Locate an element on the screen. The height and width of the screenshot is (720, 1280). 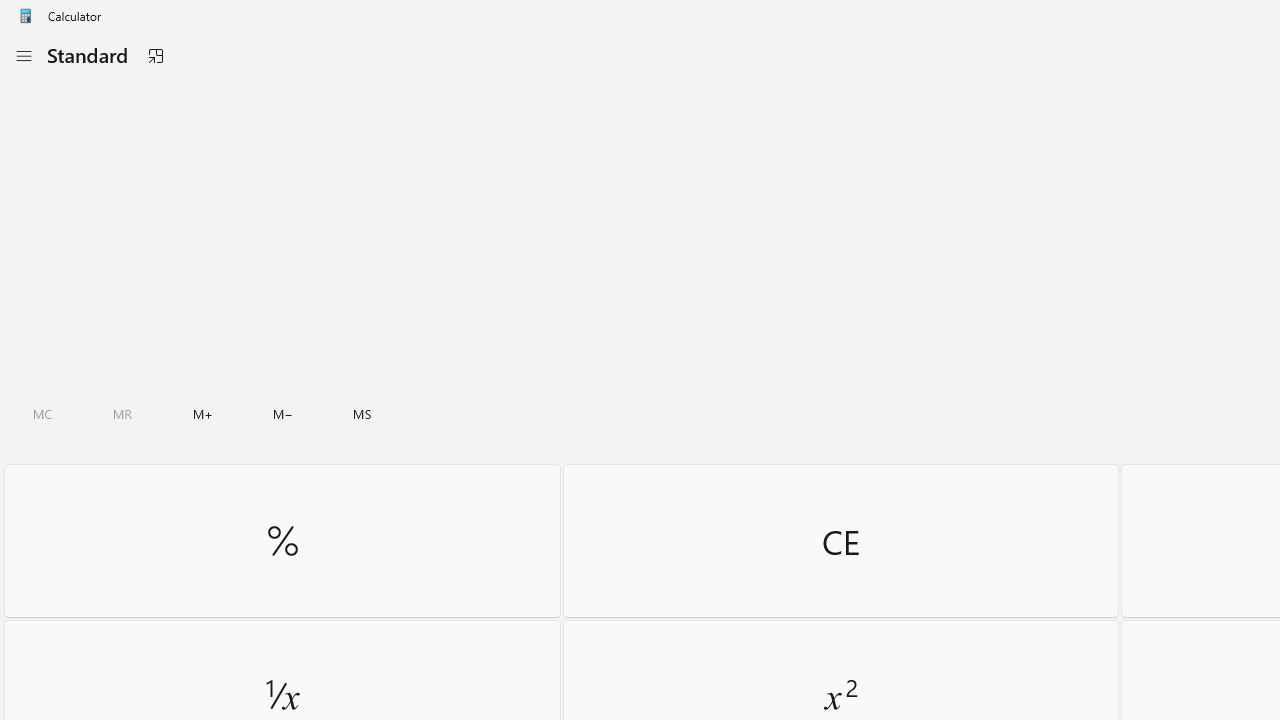
'Memory store' is located at coordinates (362, 413).